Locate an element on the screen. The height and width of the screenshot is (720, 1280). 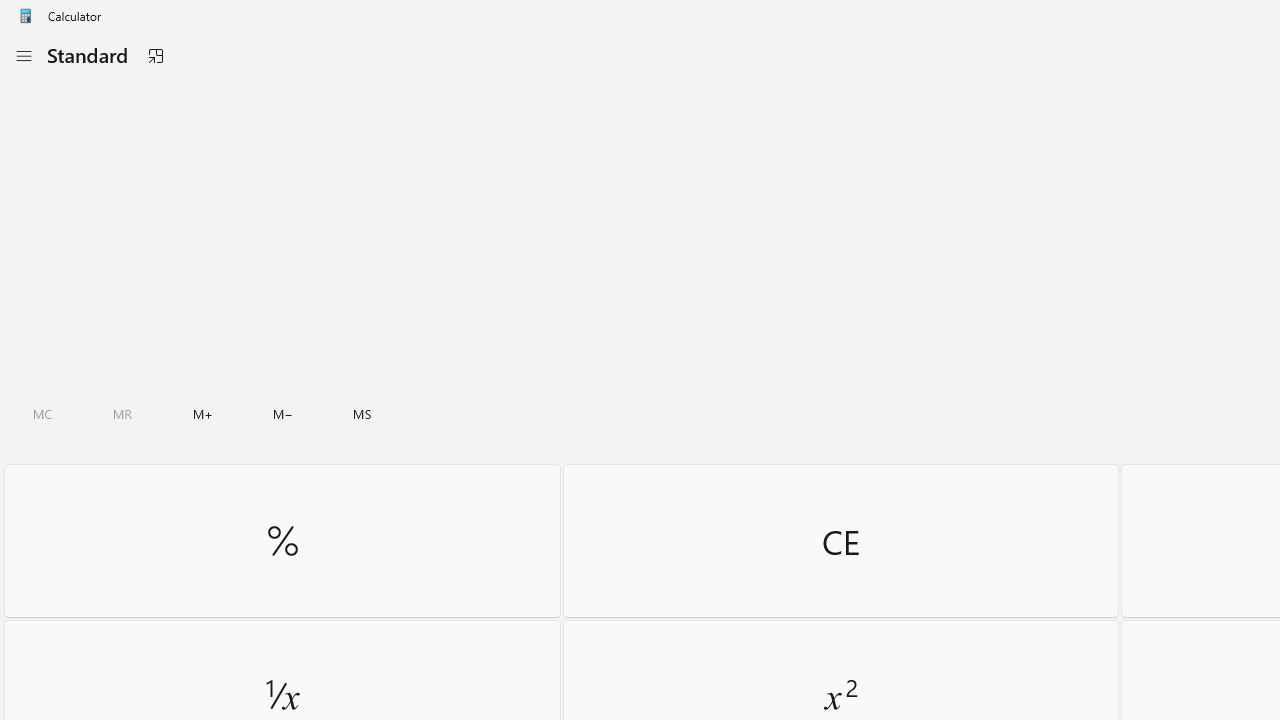
'Memory store' is located at coordinates (362, 413).